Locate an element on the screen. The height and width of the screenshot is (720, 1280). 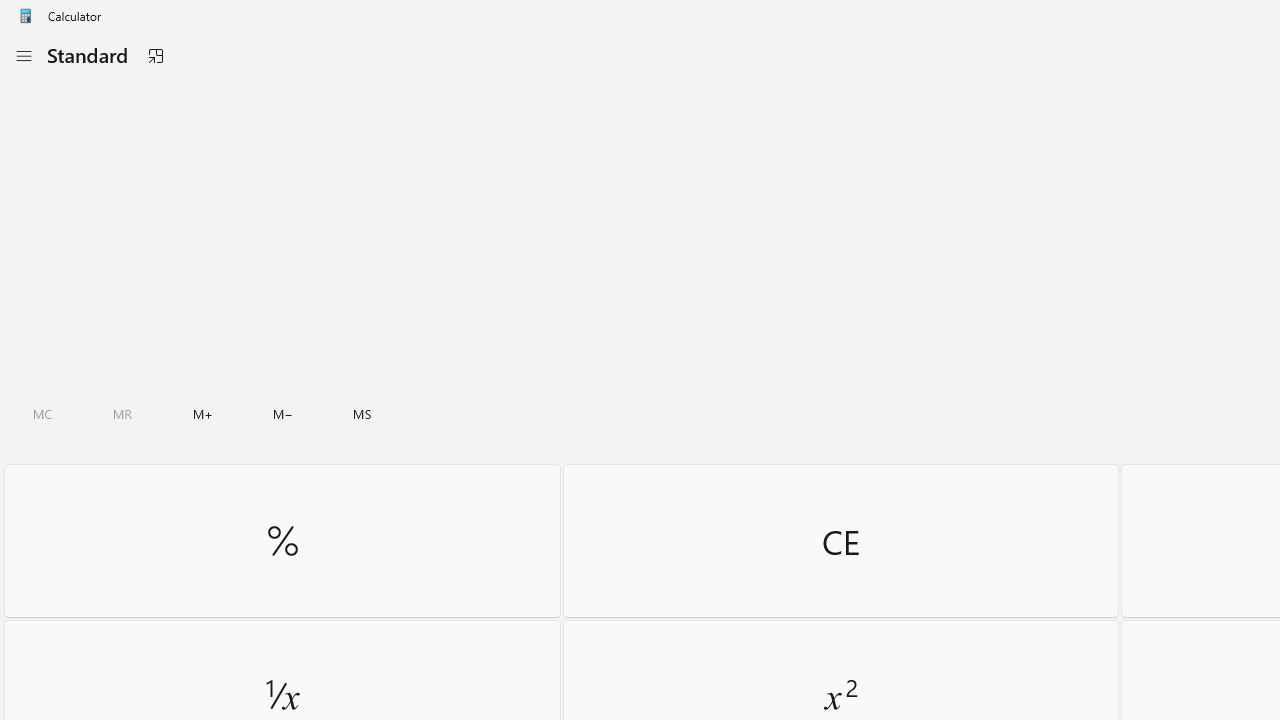
'Memory store' is located at coordinates (362, 413).